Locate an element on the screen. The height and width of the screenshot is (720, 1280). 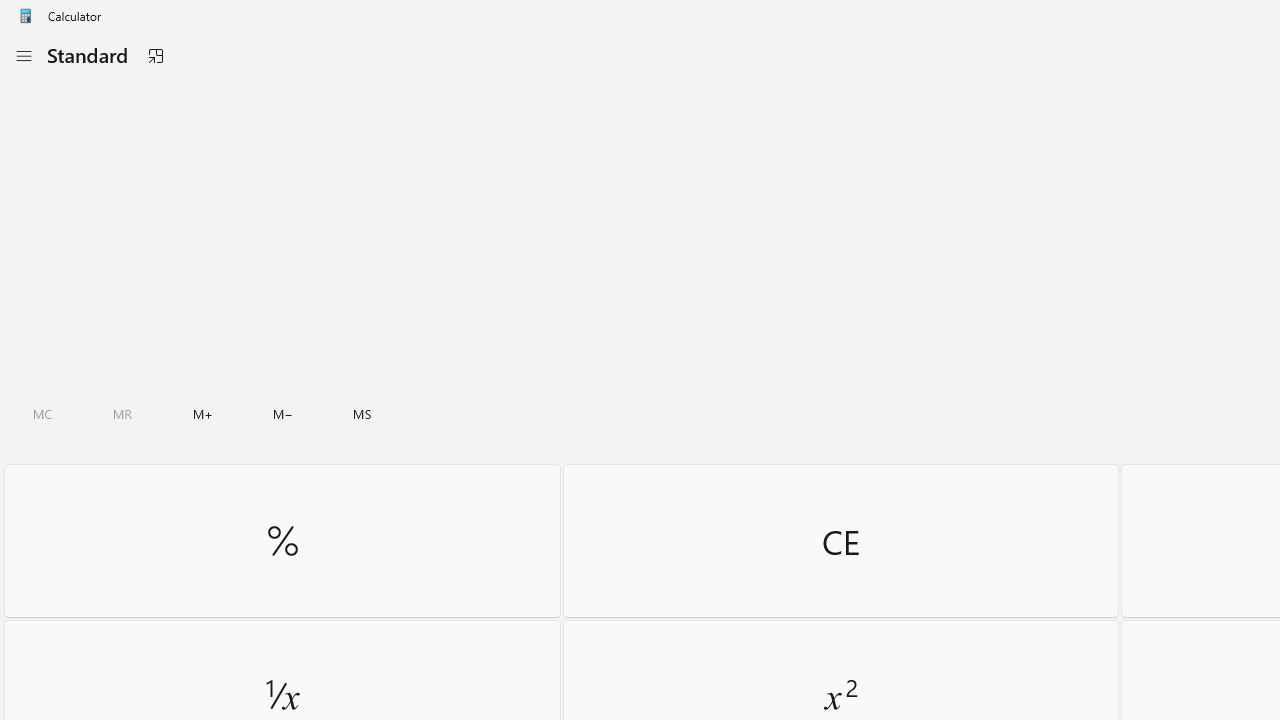
'Memory store' is located at coordinates (362, 413).